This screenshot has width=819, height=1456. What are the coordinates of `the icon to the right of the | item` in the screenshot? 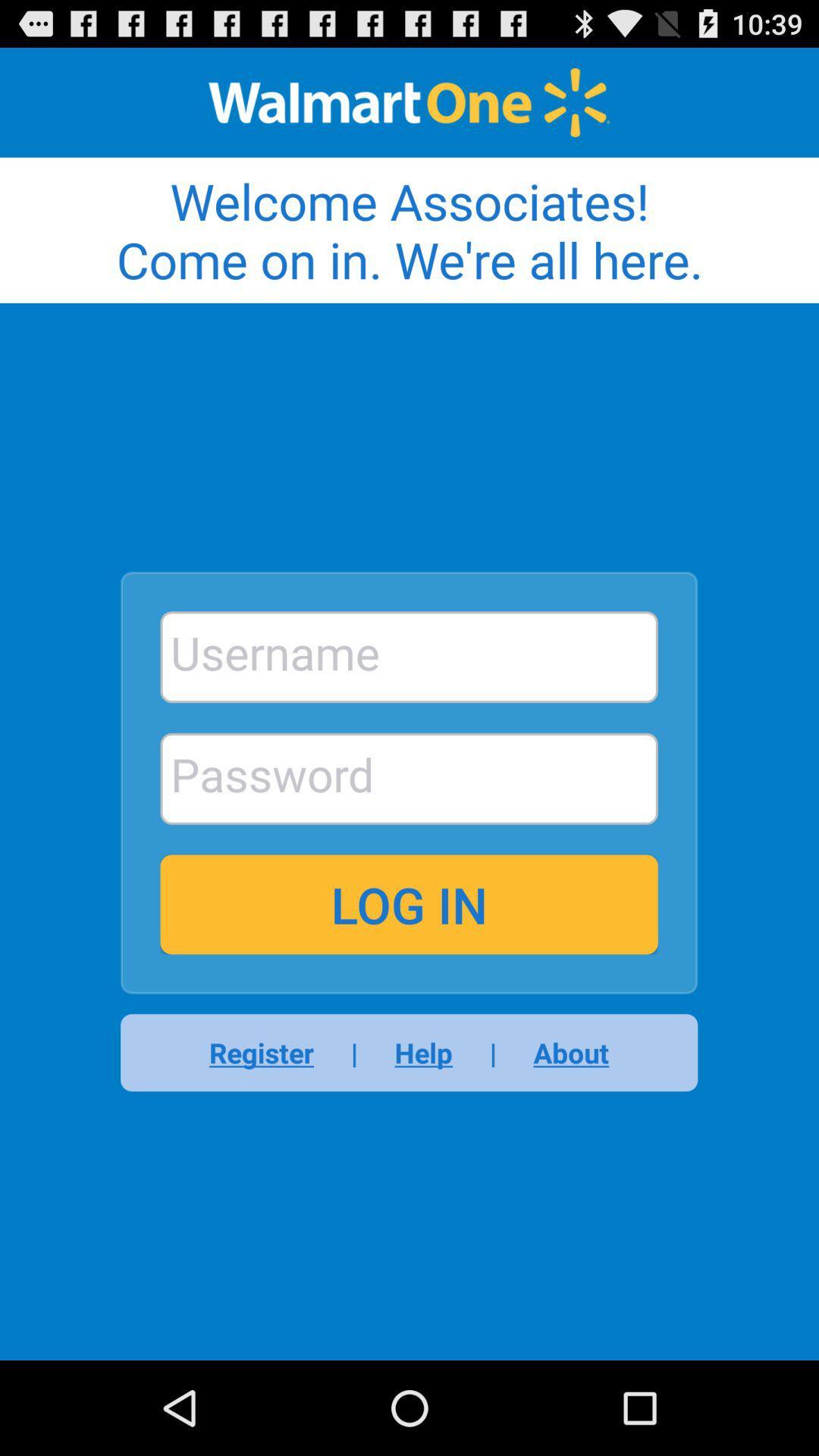 It's located at (423, 1052).